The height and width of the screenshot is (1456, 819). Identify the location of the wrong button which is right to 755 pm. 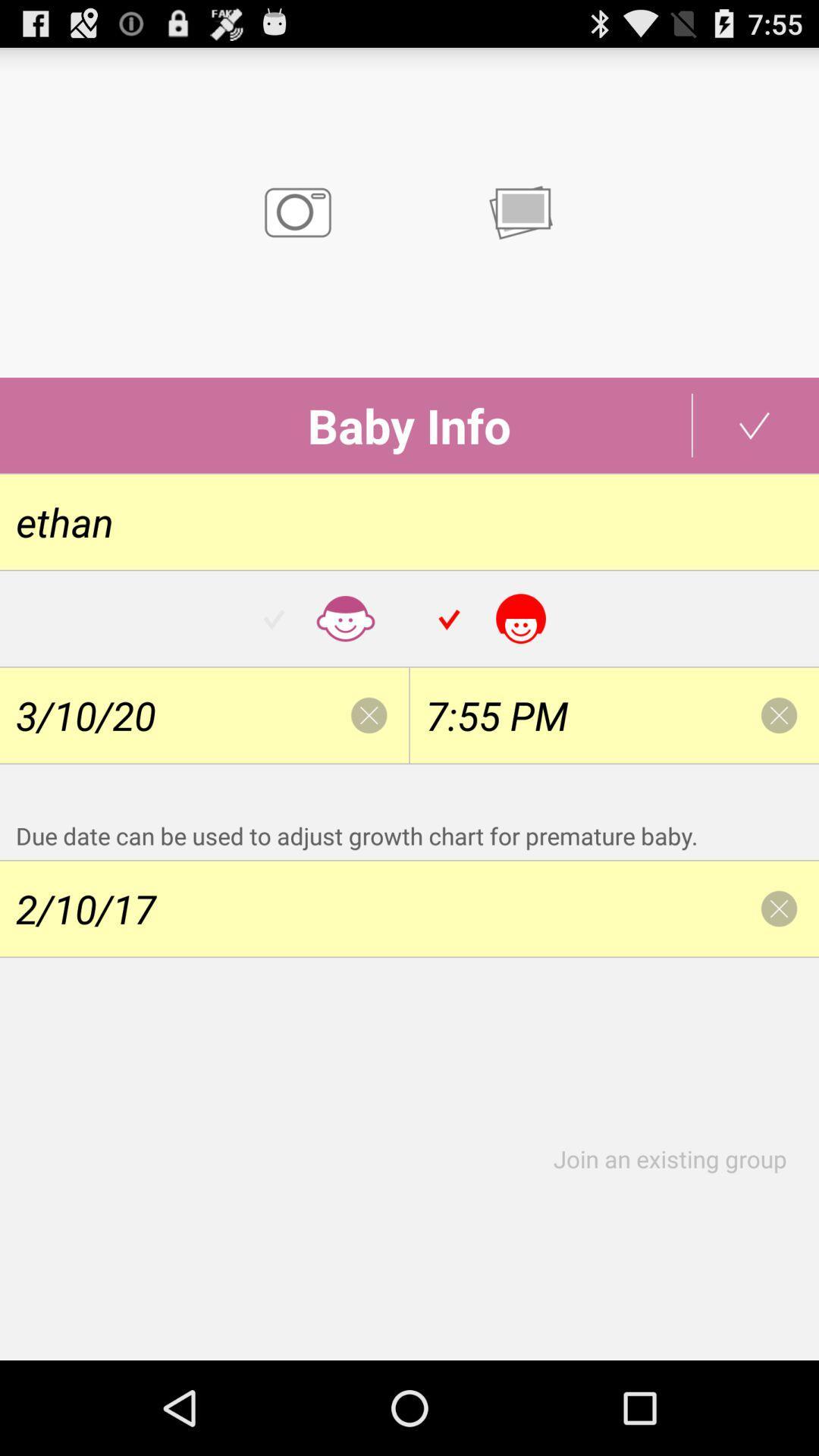
(779, 715).